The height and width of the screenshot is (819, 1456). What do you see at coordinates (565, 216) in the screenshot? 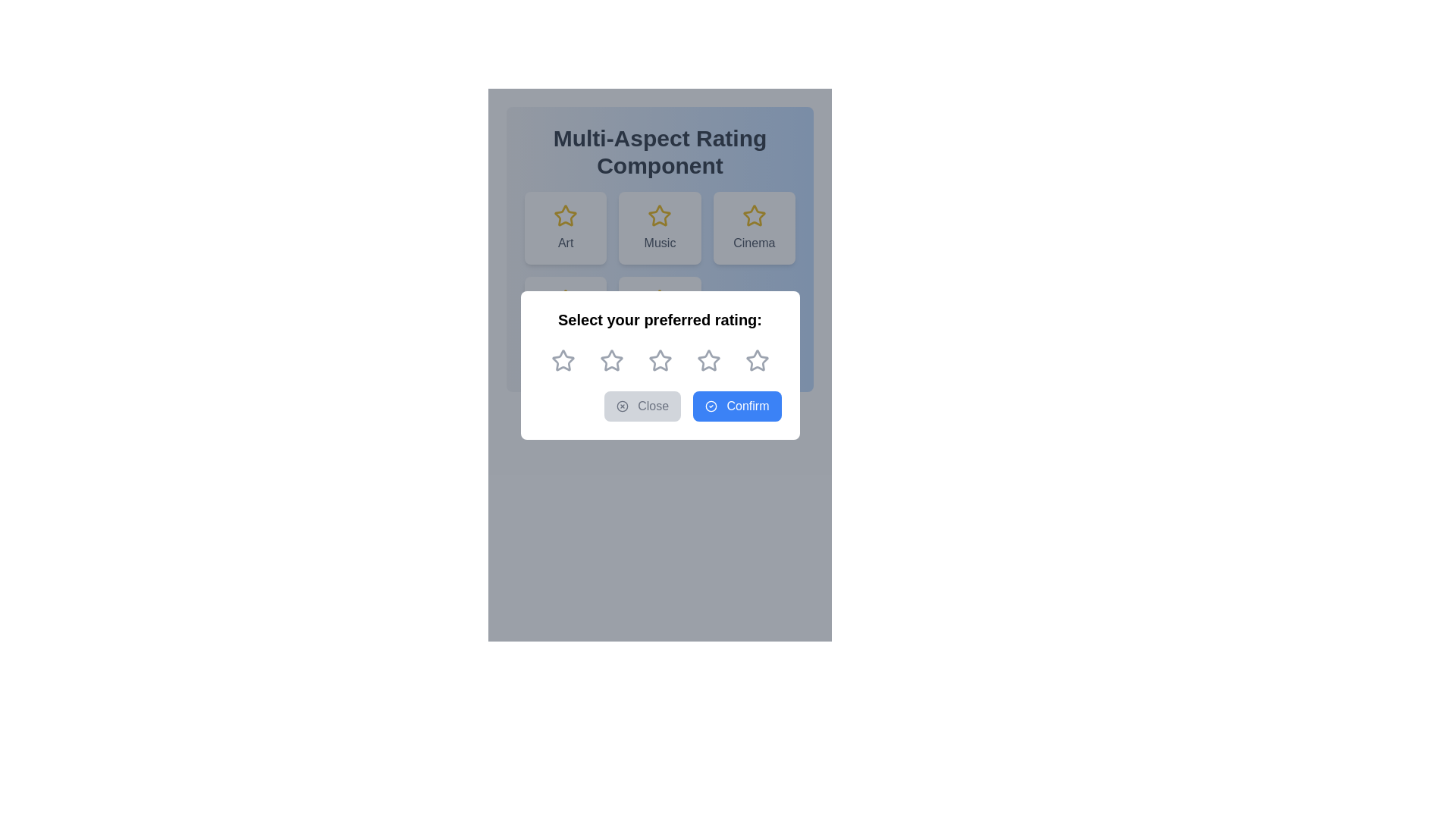
I see `the first star icon in the row of three, which represents a rating for the 'Art' category` at bounding box center [565, 216].